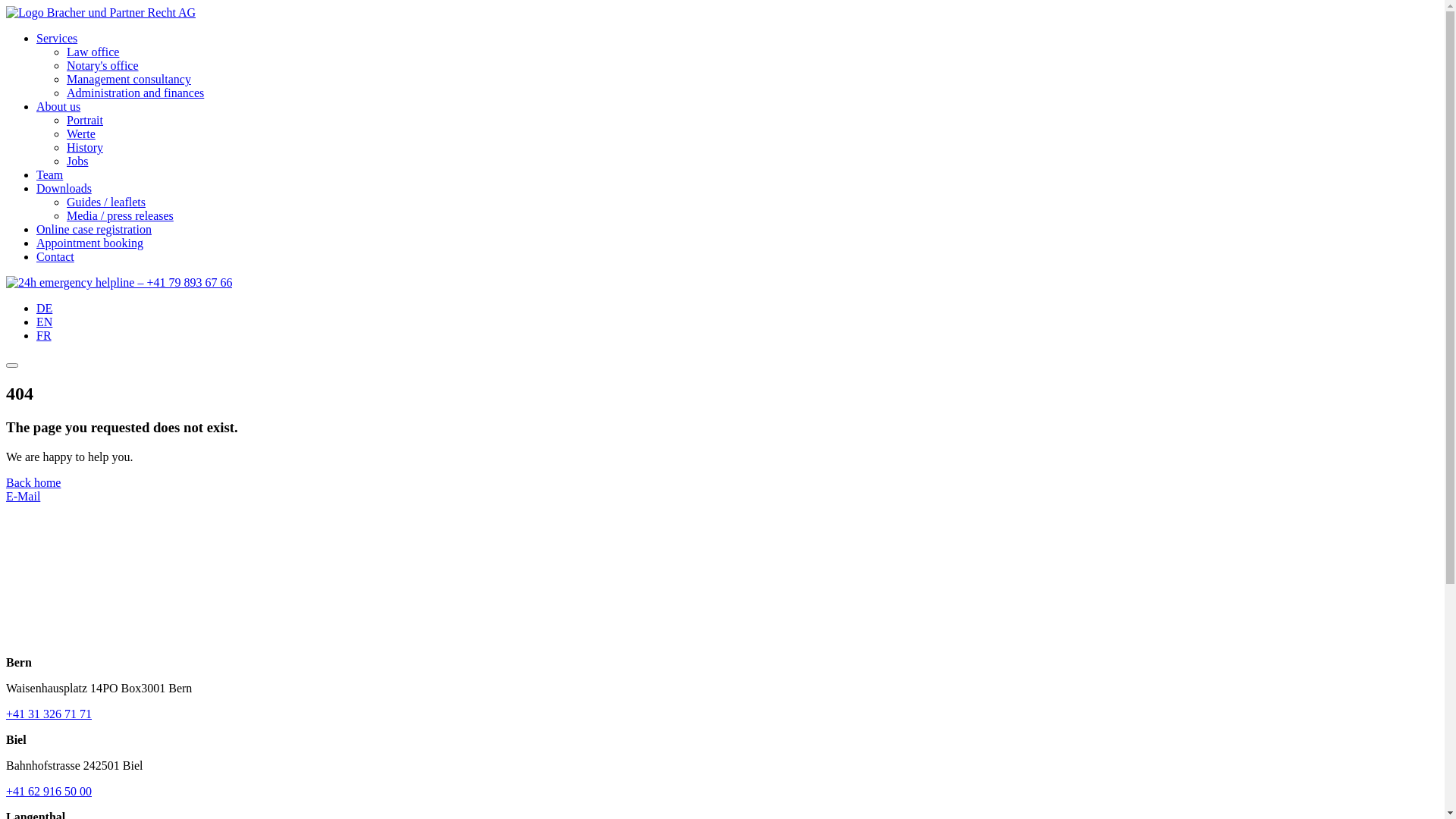  I want to click on 'Services', so click(57, 37).